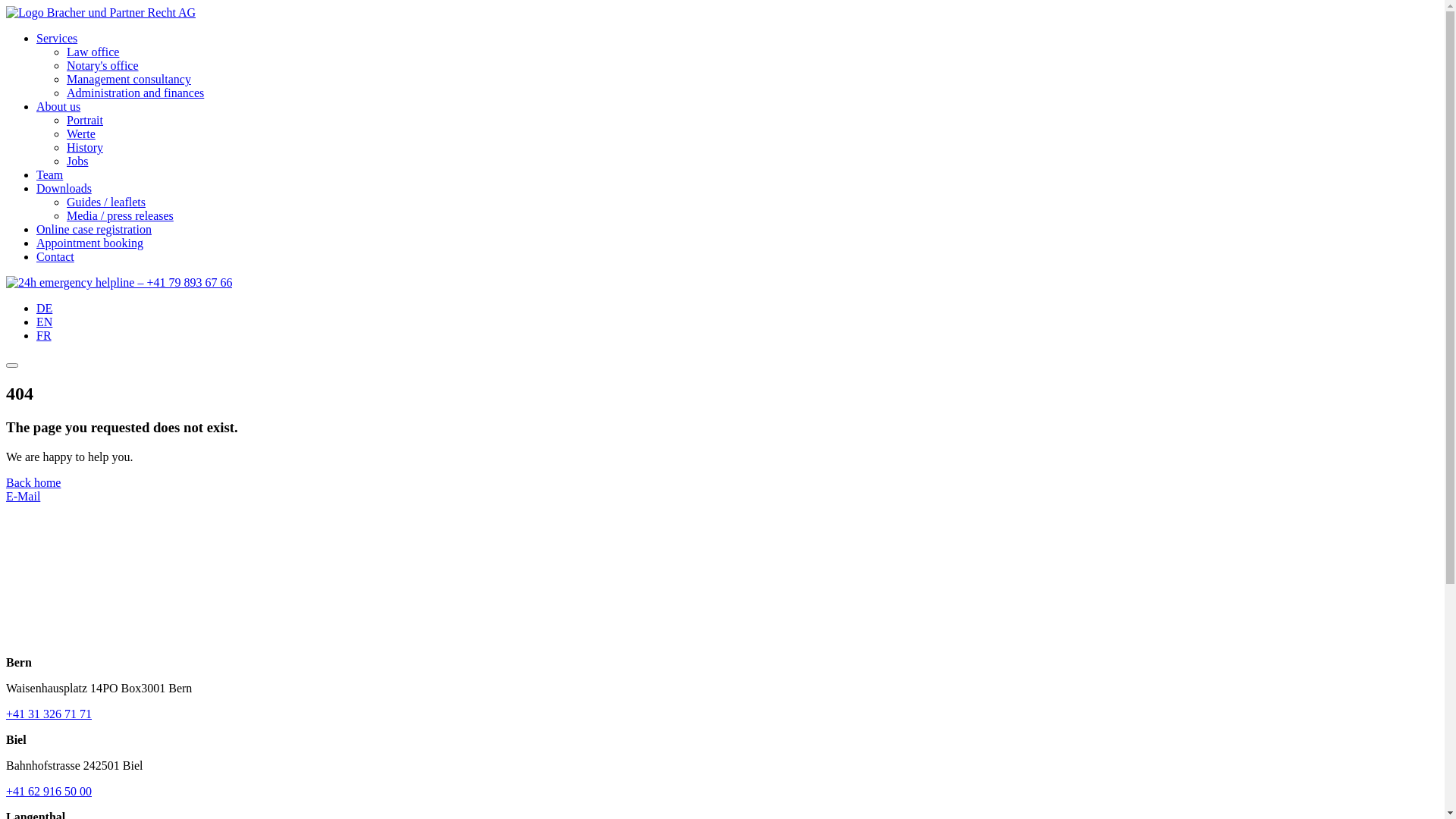  I want to click on 'Services', so click(57, 37).